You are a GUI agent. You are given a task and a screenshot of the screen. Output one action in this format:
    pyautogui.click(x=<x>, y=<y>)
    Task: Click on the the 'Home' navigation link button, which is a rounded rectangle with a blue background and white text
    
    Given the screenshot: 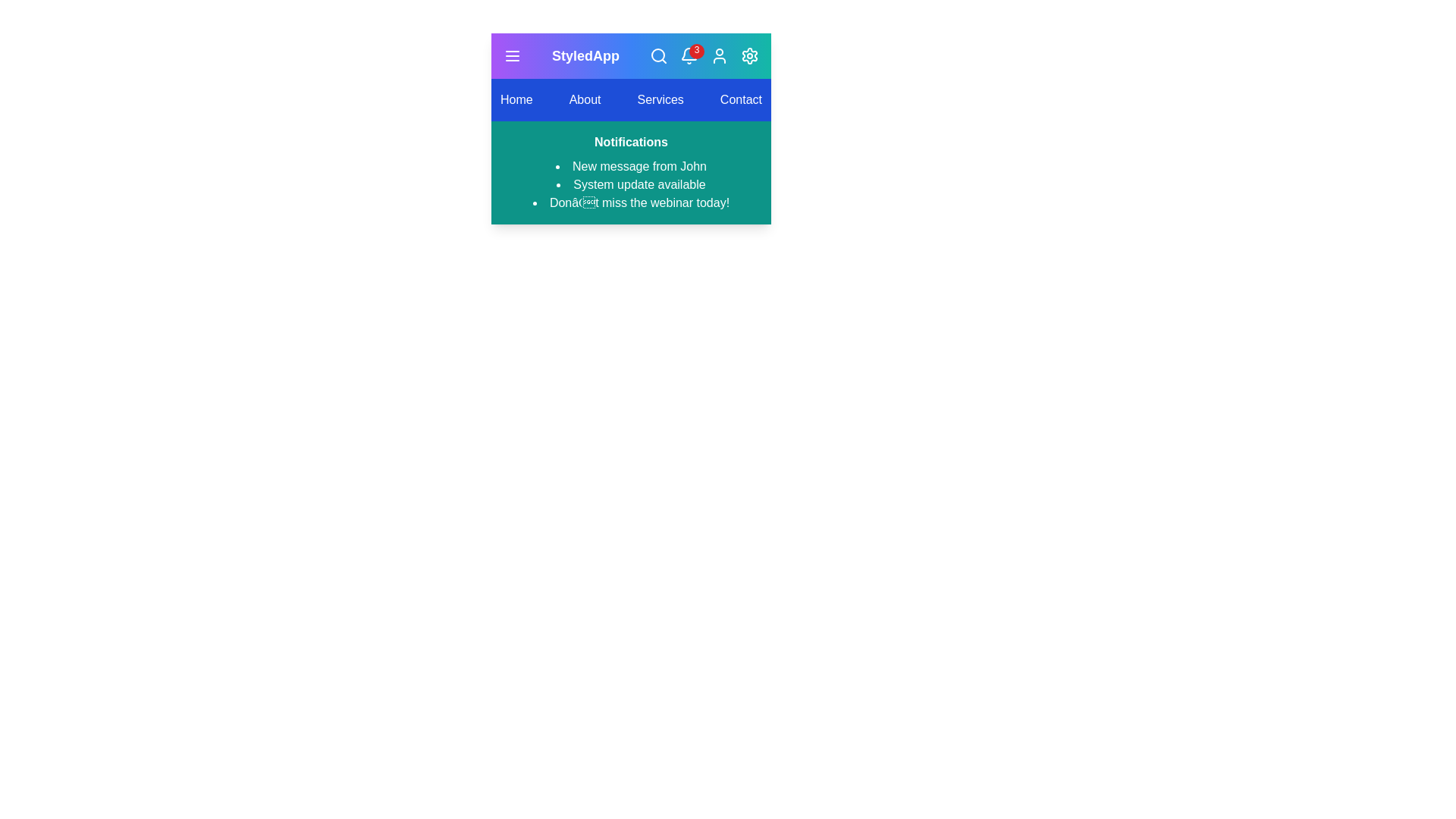 What is the action you would take?
    pyautogui.click(x=516, y=99)
    